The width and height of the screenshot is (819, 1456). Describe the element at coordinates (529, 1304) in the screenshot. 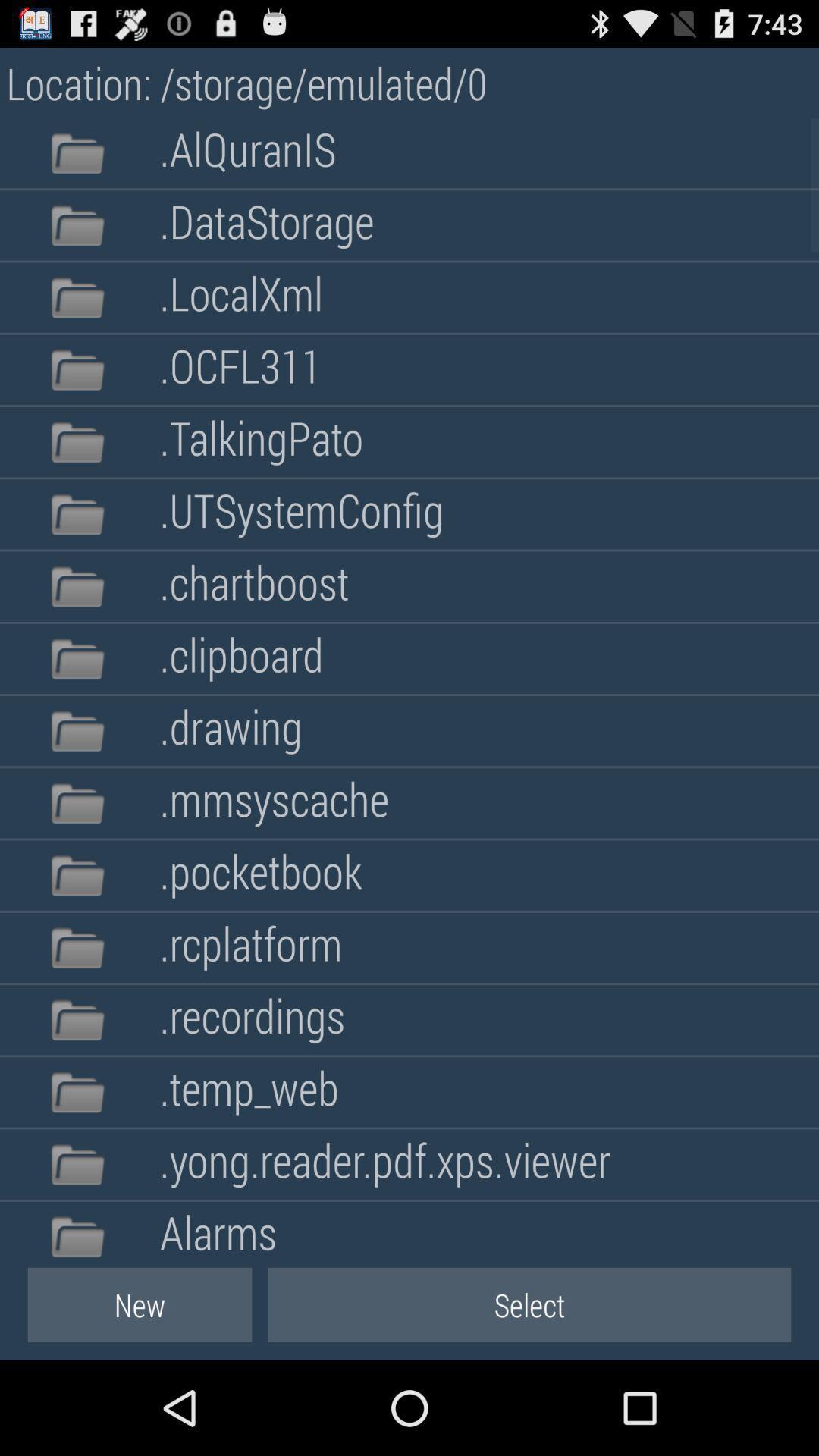

I see `item next to new item` at that location.